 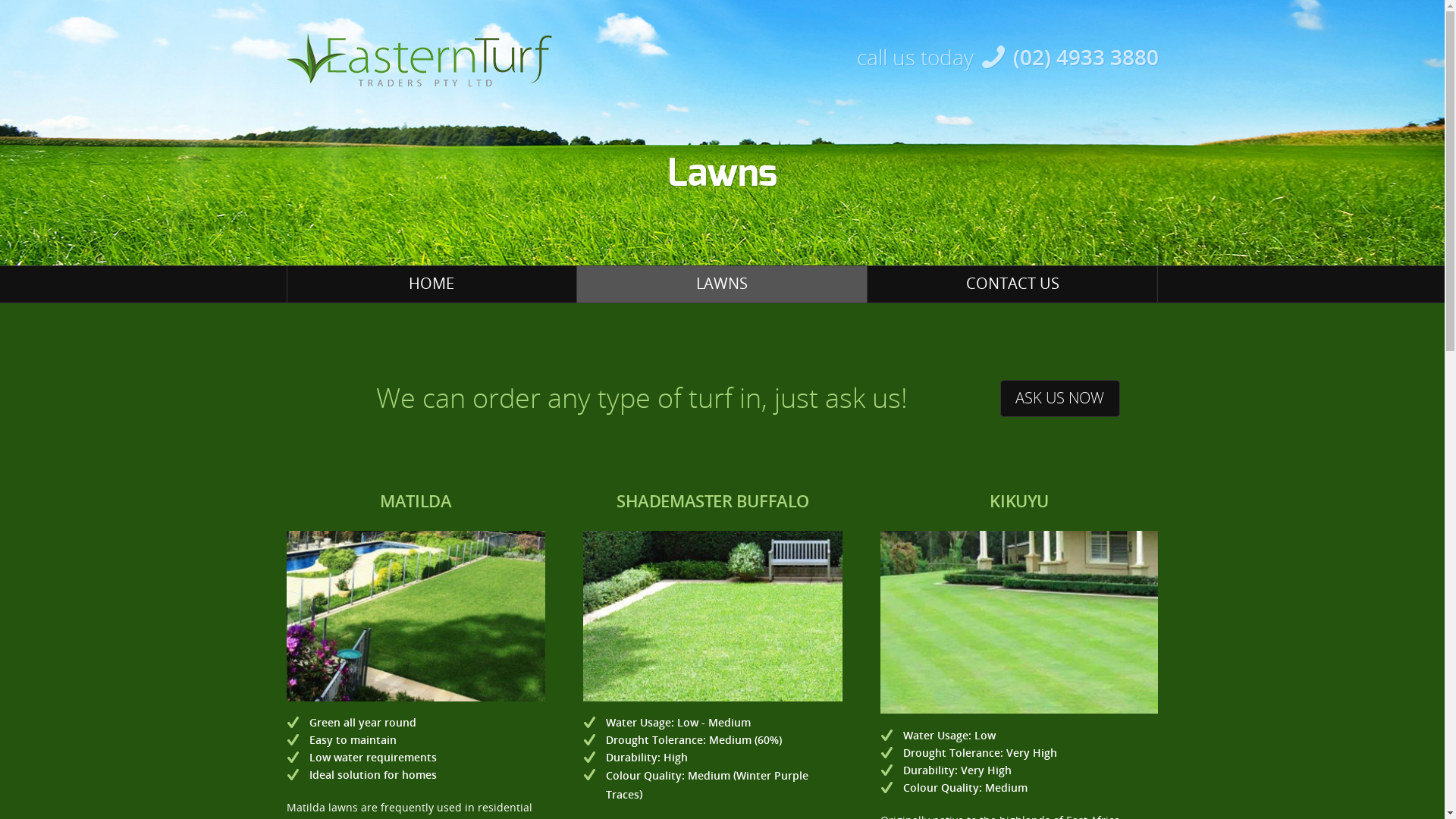 What do you see at coordinates (1059, 397) in the screenshot?
I see `'ASK US NOW'` at bounding box center [1059, 397].